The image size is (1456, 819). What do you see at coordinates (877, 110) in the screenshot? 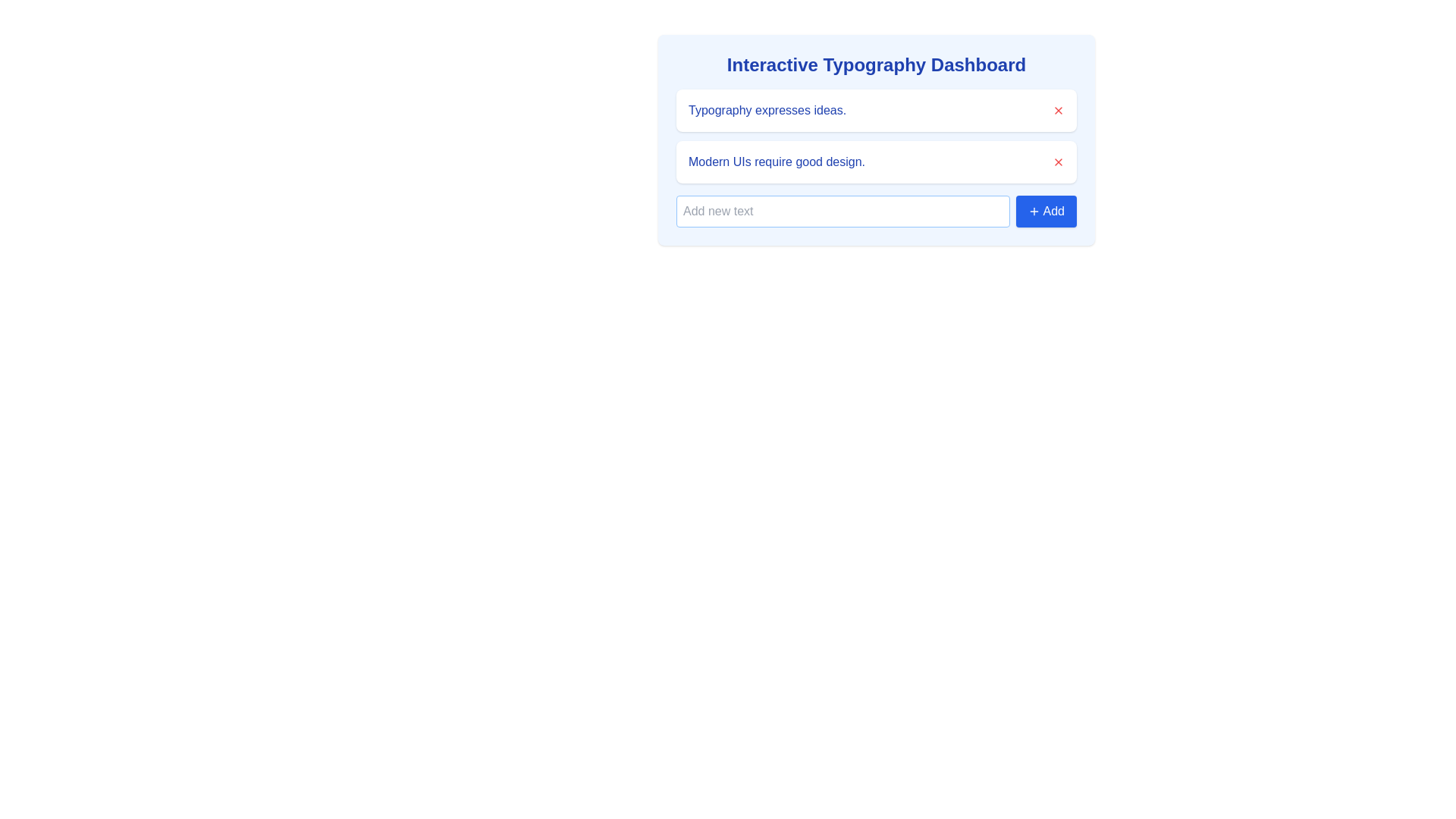
I see `the first list item with the text 'Typography expresses ideas.' and a red 'X' icon for removal` at bounding box center [877, 110].